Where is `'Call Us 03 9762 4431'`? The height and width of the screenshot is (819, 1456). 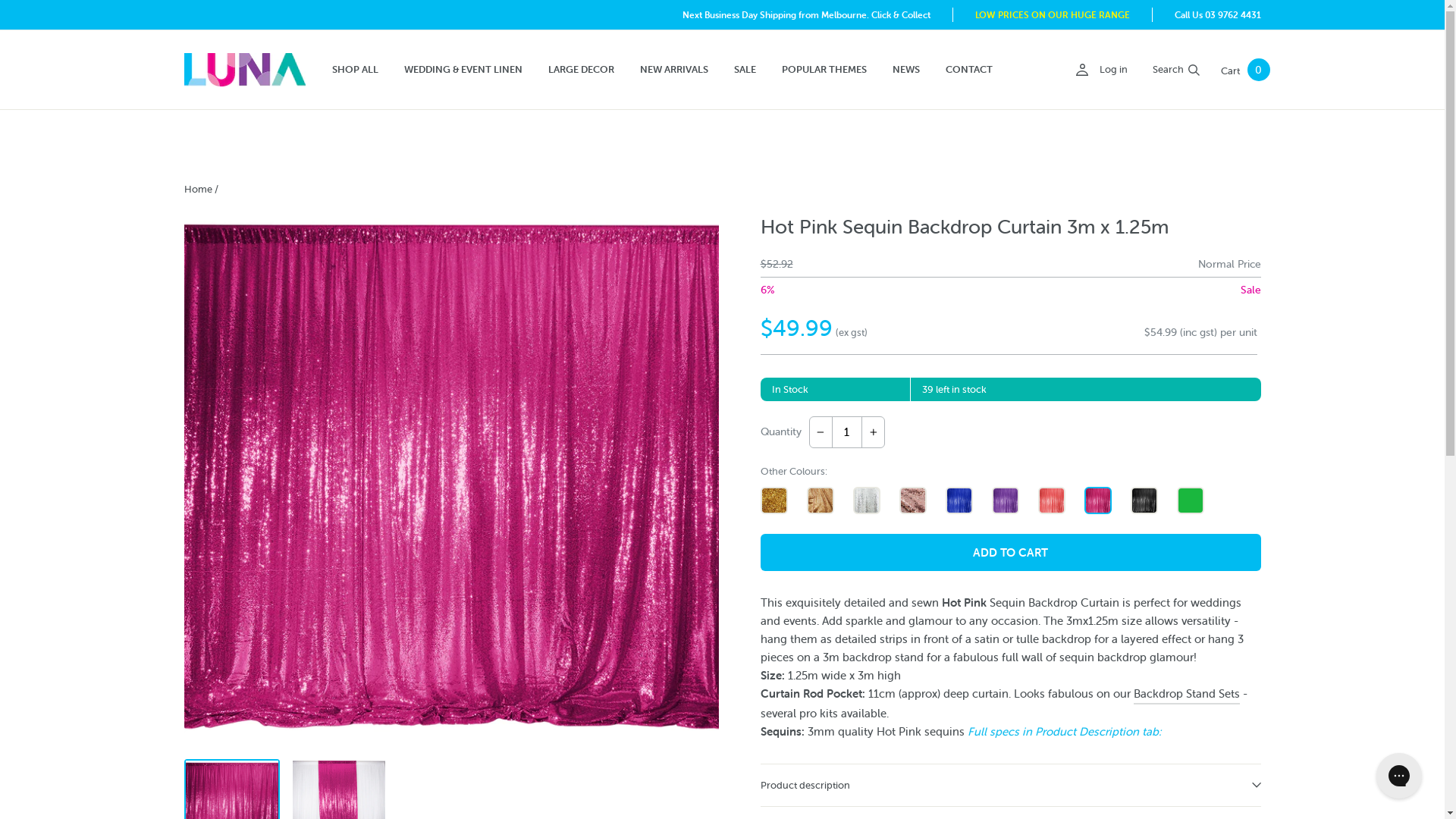
'Call Us 03 9762 4431' is located at coordinates (1173, 14).